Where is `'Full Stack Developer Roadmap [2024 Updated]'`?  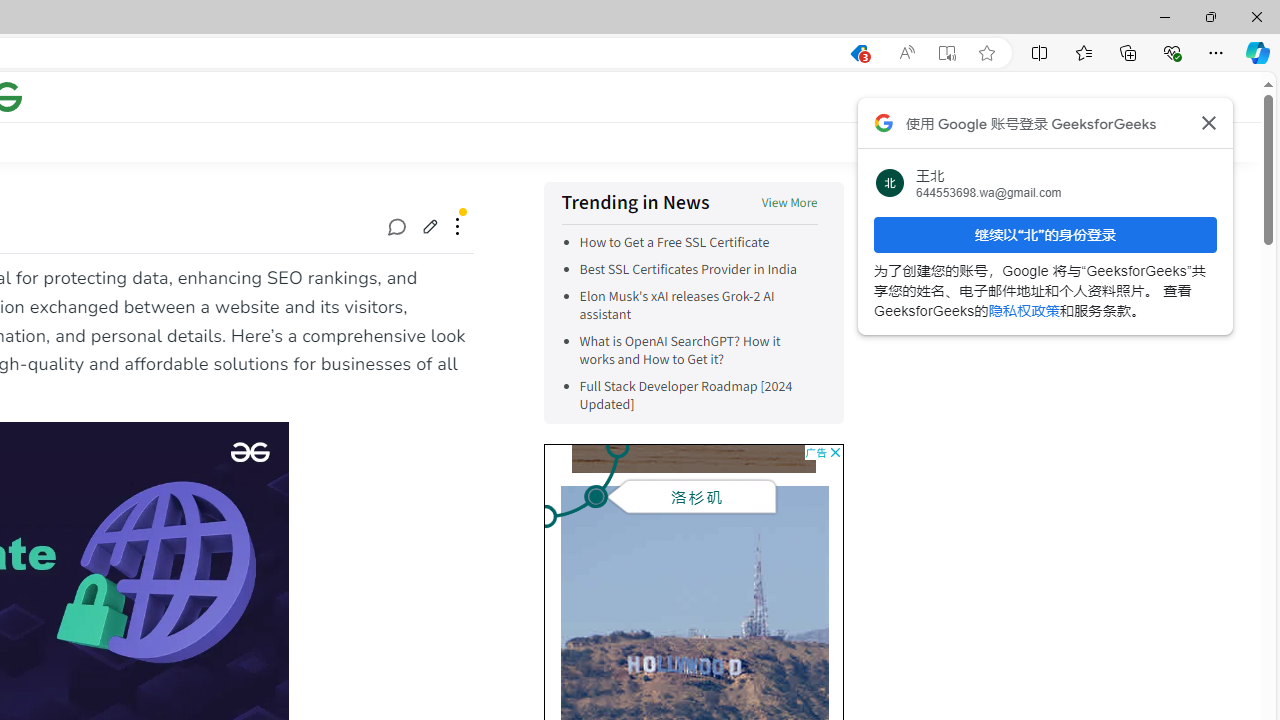 'Full Stack Developer Roadmap [2024 Updated]' is located at coordinates (698, 396).